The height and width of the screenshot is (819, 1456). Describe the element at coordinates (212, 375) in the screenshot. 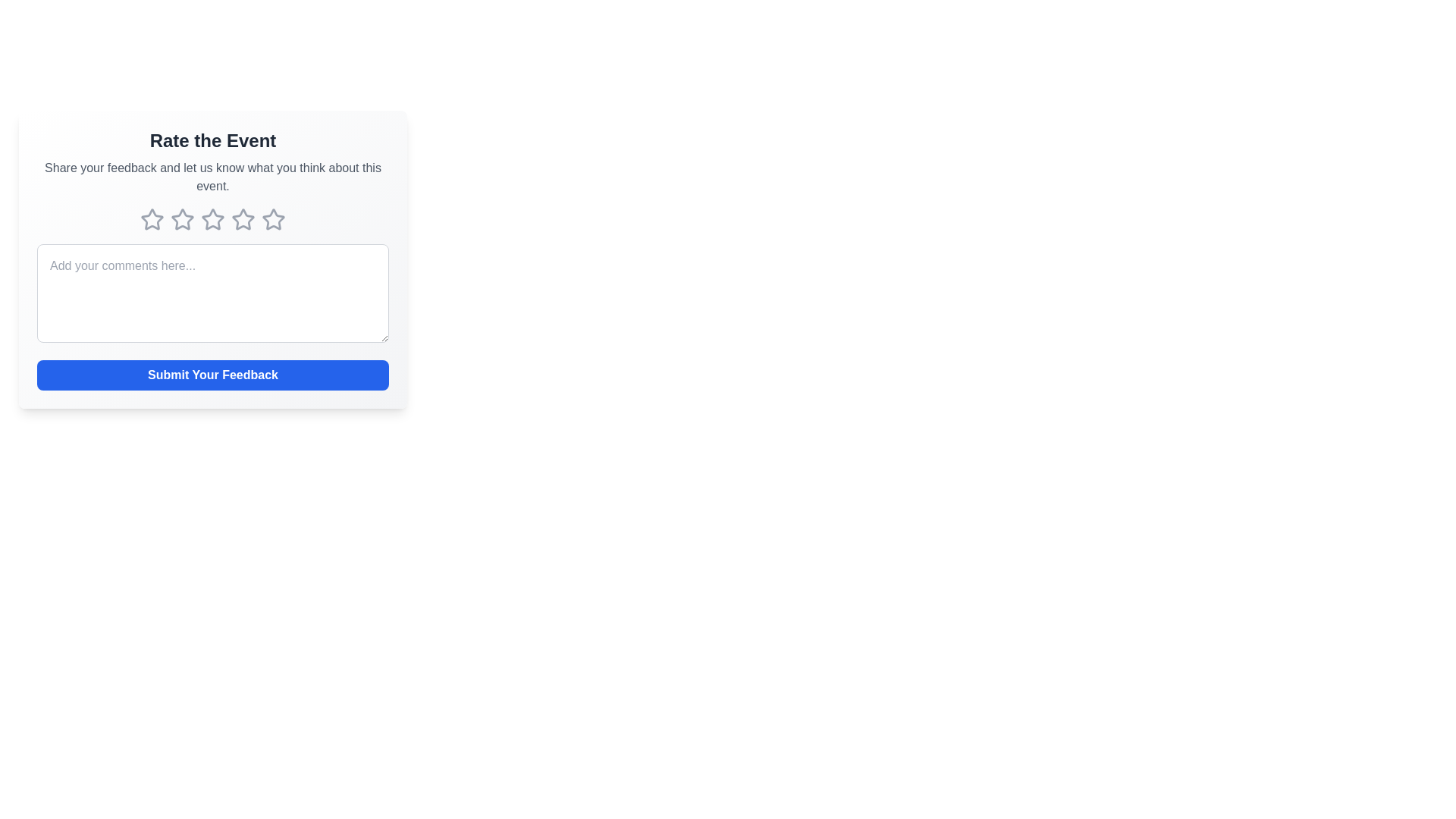

I see `the submit button located at the bottom center of the feedback form` at that location.